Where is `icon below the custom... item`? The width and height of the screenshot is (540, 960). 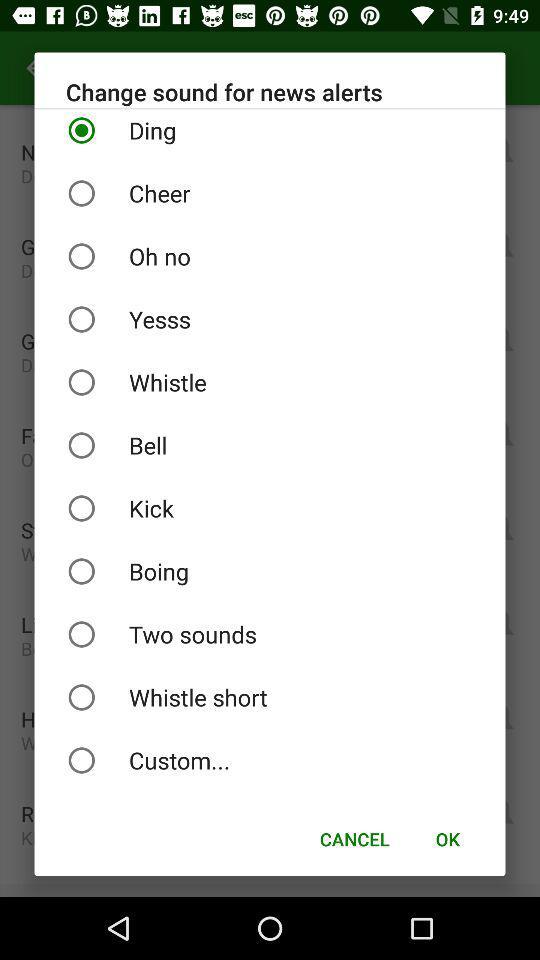
icon below the custom... item is located at coordinates (447, 839).